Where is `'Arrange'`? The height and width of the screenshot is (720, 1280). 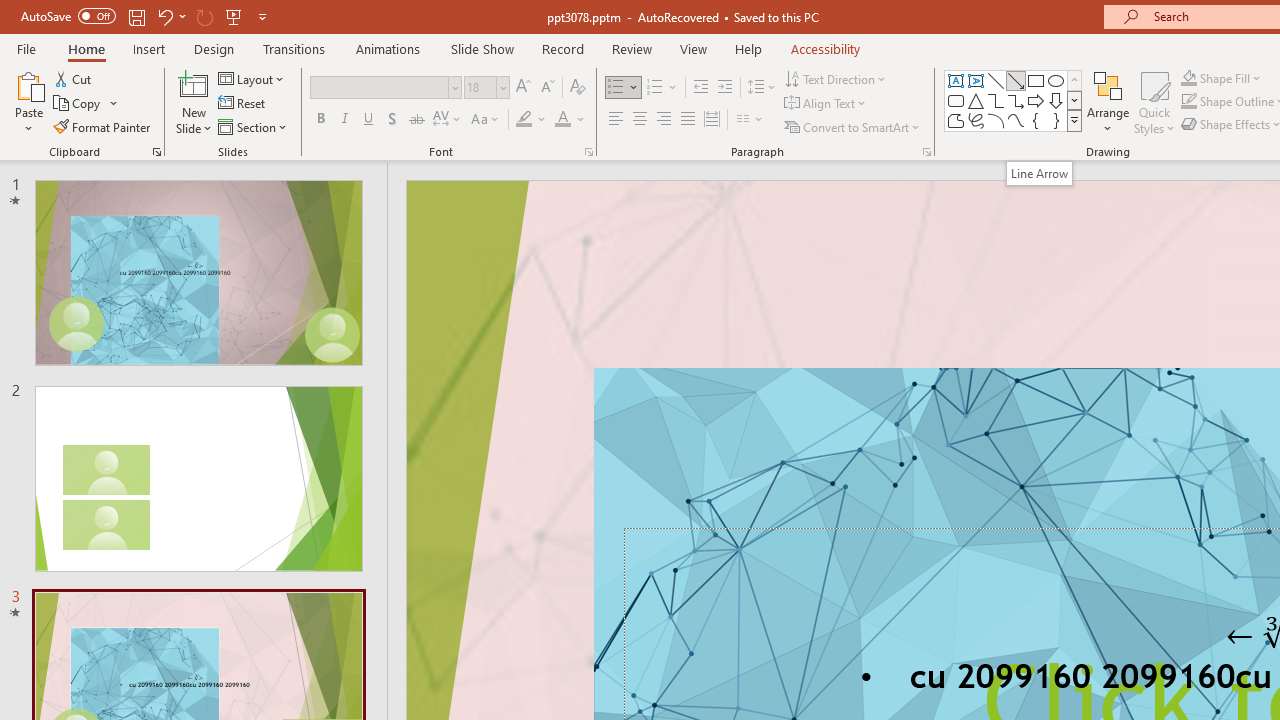
'Arrange' is located at coordinates (1107, 103).